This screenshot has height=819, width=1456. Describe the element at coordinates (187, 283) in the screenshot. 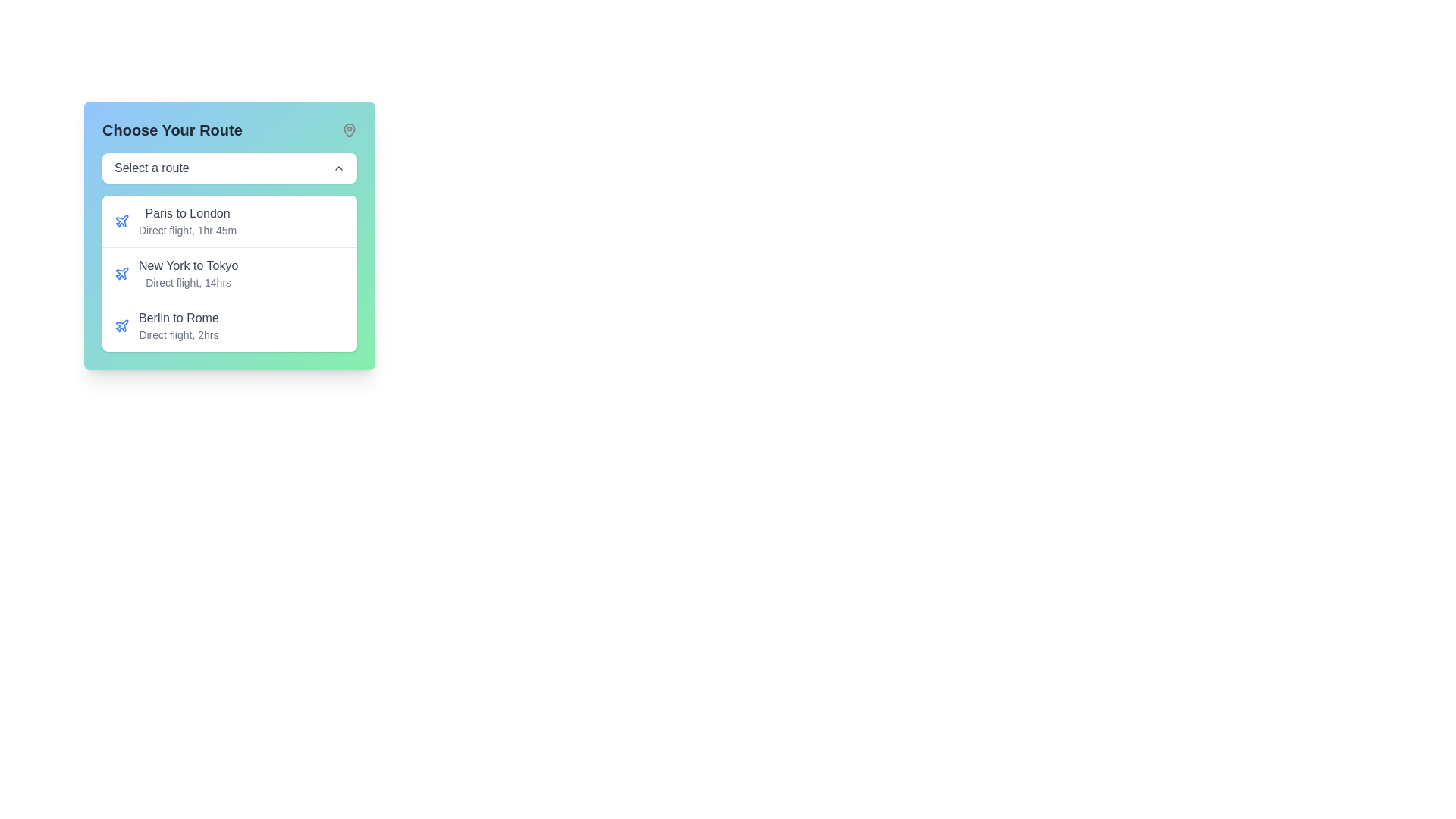

I see `the text label that provides details about the flight type and duration for the route 'New York to Tokyo', located under the title 'Choose Your Route' as the second item in the list` at that location.